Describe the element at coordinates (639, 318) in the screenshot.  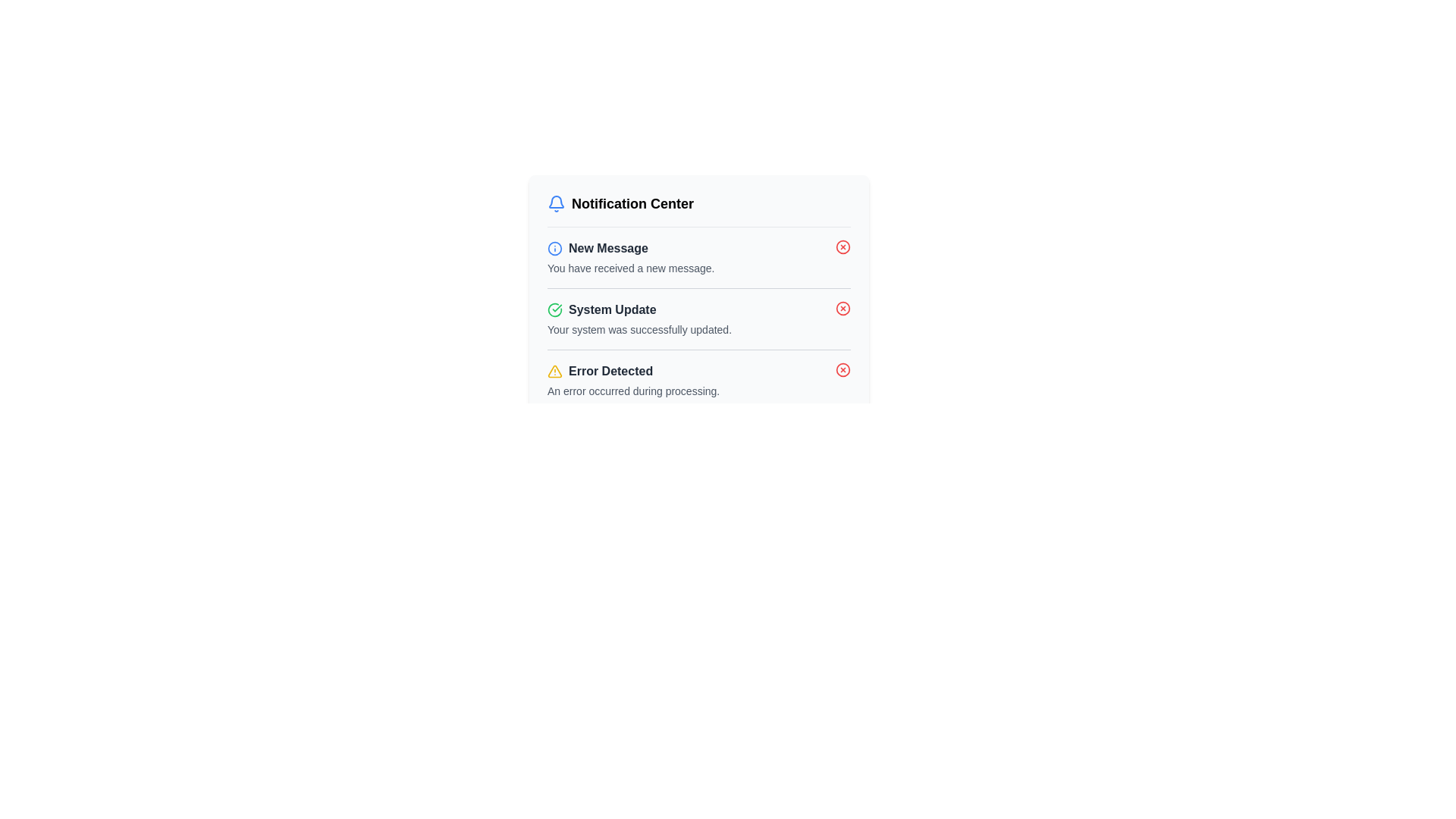
I see `the non-interactive notification element indicating successful completion of a system update, which is the second entry in the notification list under 'Notification Center'` at that location.